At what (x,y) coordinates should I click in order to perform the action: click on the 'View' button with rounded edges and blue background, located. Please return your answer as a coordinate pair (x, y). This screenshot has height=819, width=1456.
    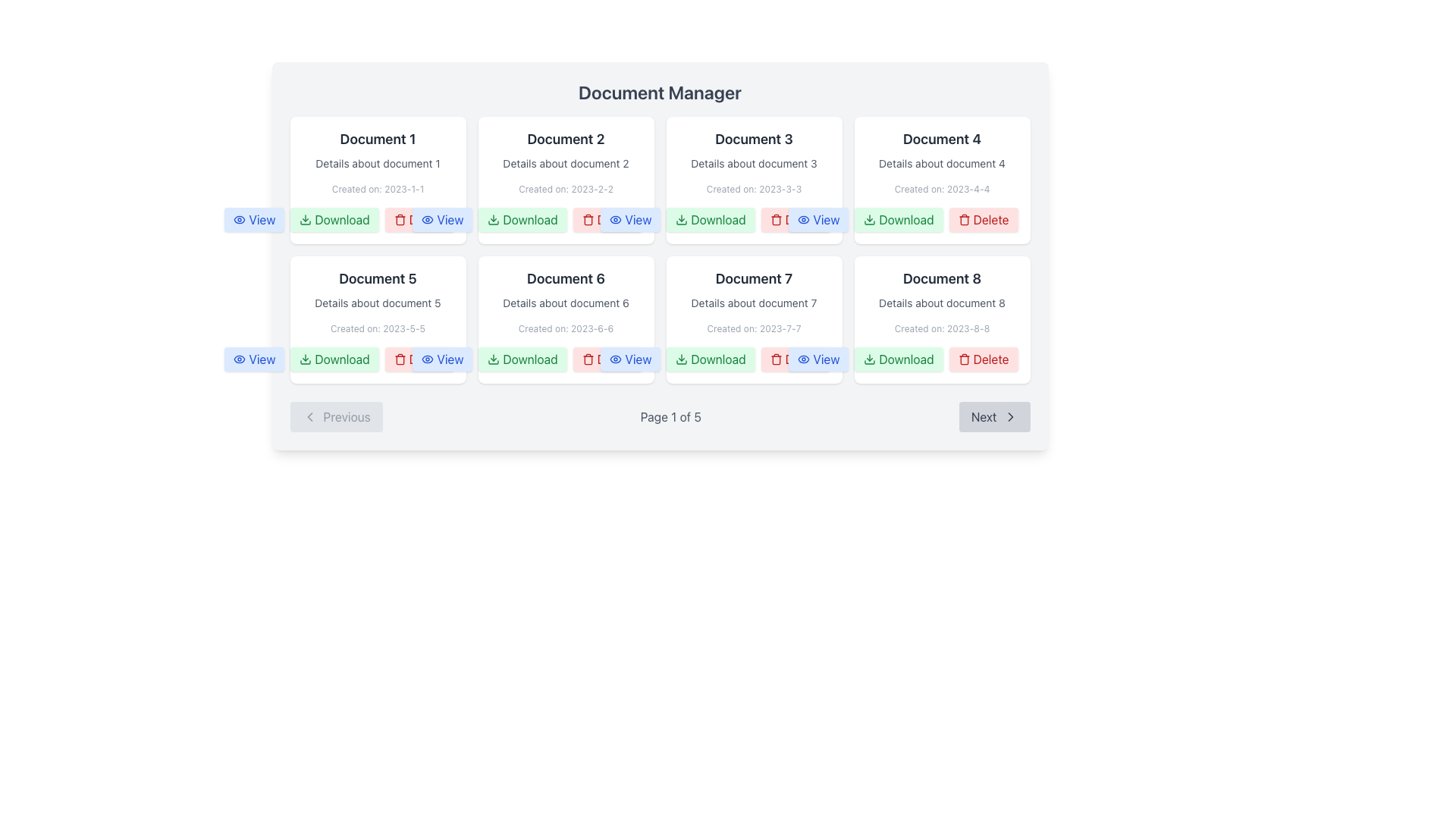
    Looking at the image, I should click on (818, 219).